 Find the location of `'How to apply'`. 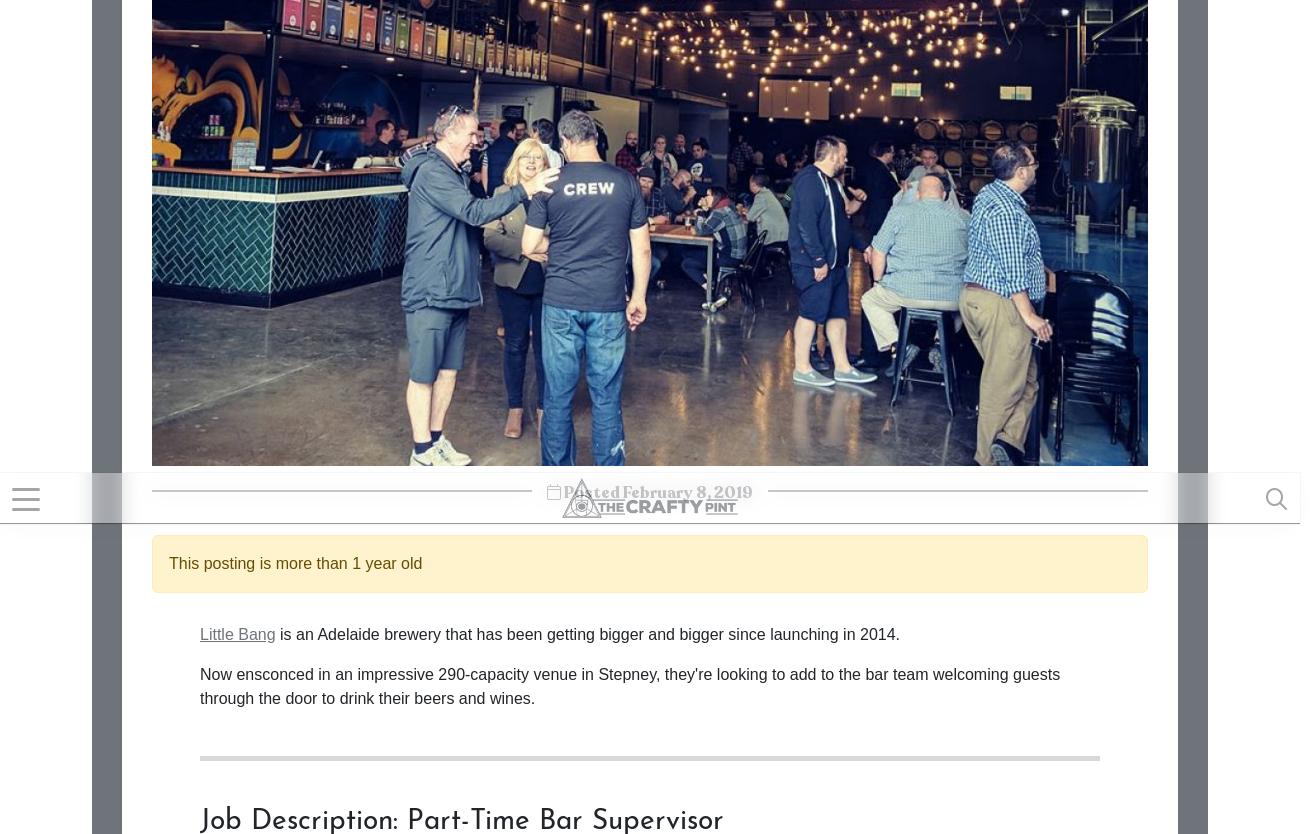

'How to apply' is located at coordinates (248, 214).